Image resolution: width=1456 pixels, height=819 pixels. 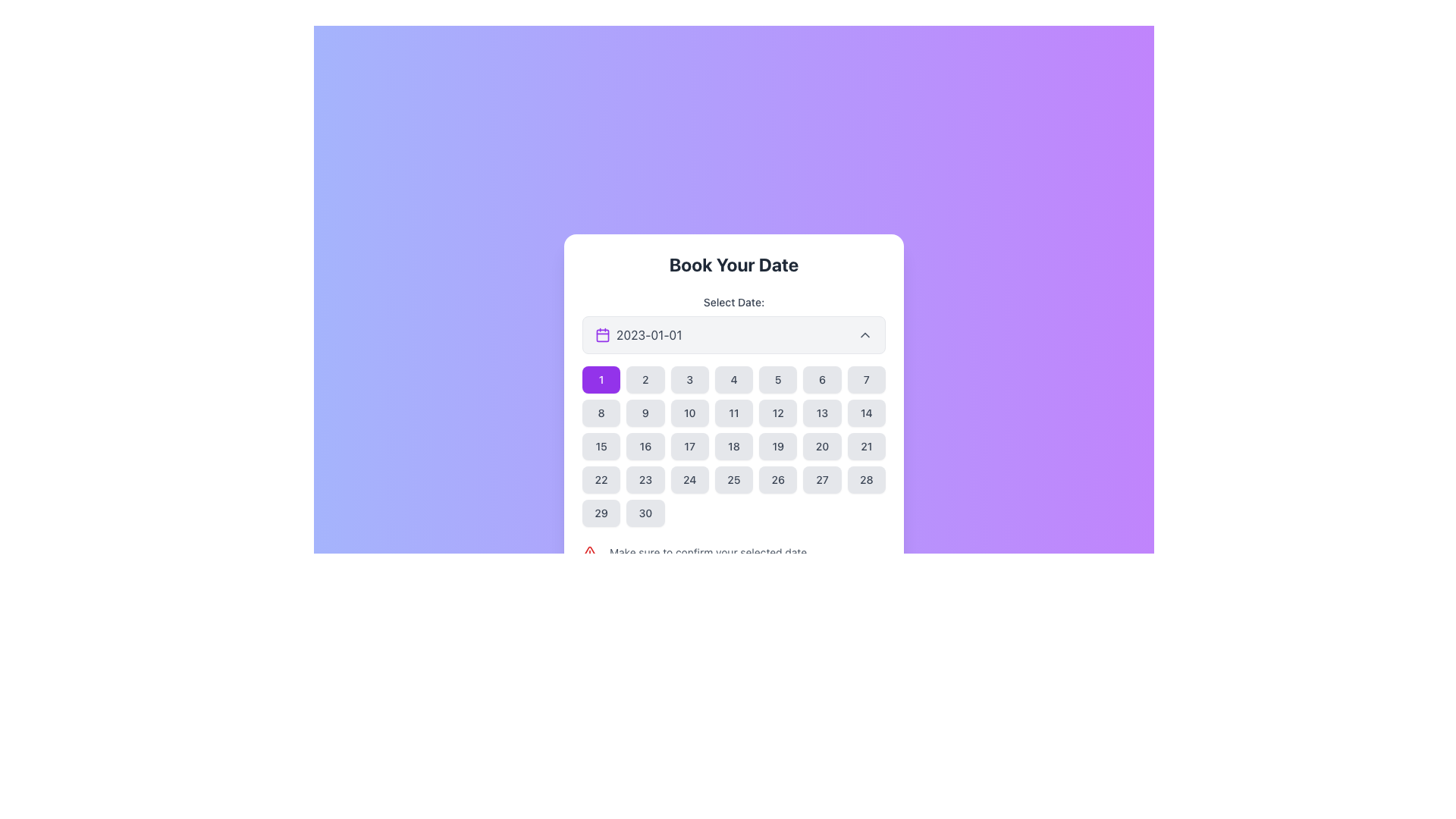 I want to click on the square button with rounded corners containing the bold '19' text, so click(x=778, y=446).